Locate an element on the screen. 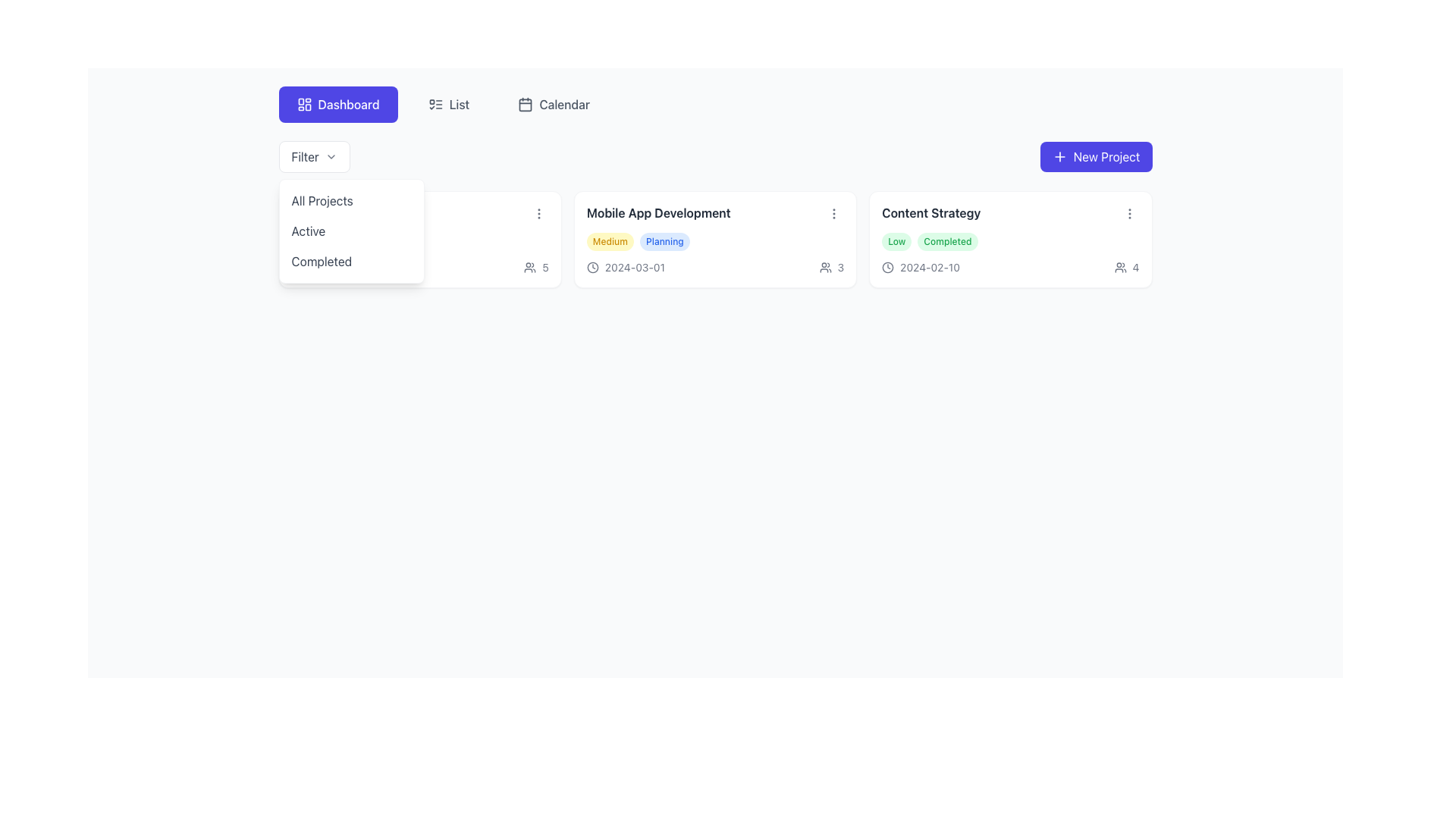 This screenshot has height=819, width=1456. labels 'Medium' and 'Planning' which are pill-shaped elements with distinct colors, located under the title 'Mobile App Development' in the second card of the Dashboard section is located at coordinates (714, 241).